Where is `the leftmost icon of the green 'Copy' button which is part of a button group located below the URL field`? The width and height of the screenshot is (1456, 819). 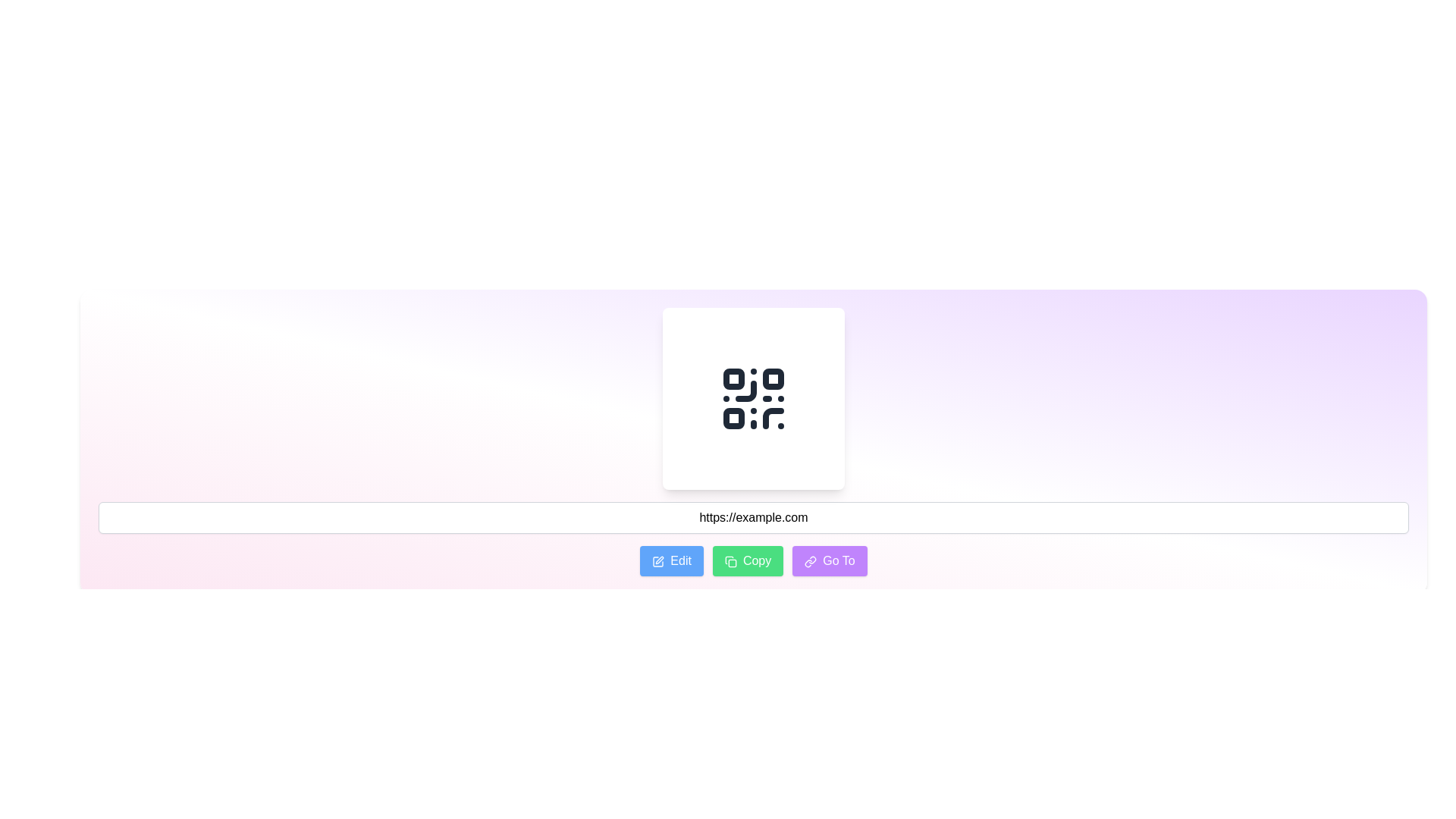
the leftmost icon of the green 'Copy' button which is part of a button group located below the URL field is located at coordinates (730, 561).